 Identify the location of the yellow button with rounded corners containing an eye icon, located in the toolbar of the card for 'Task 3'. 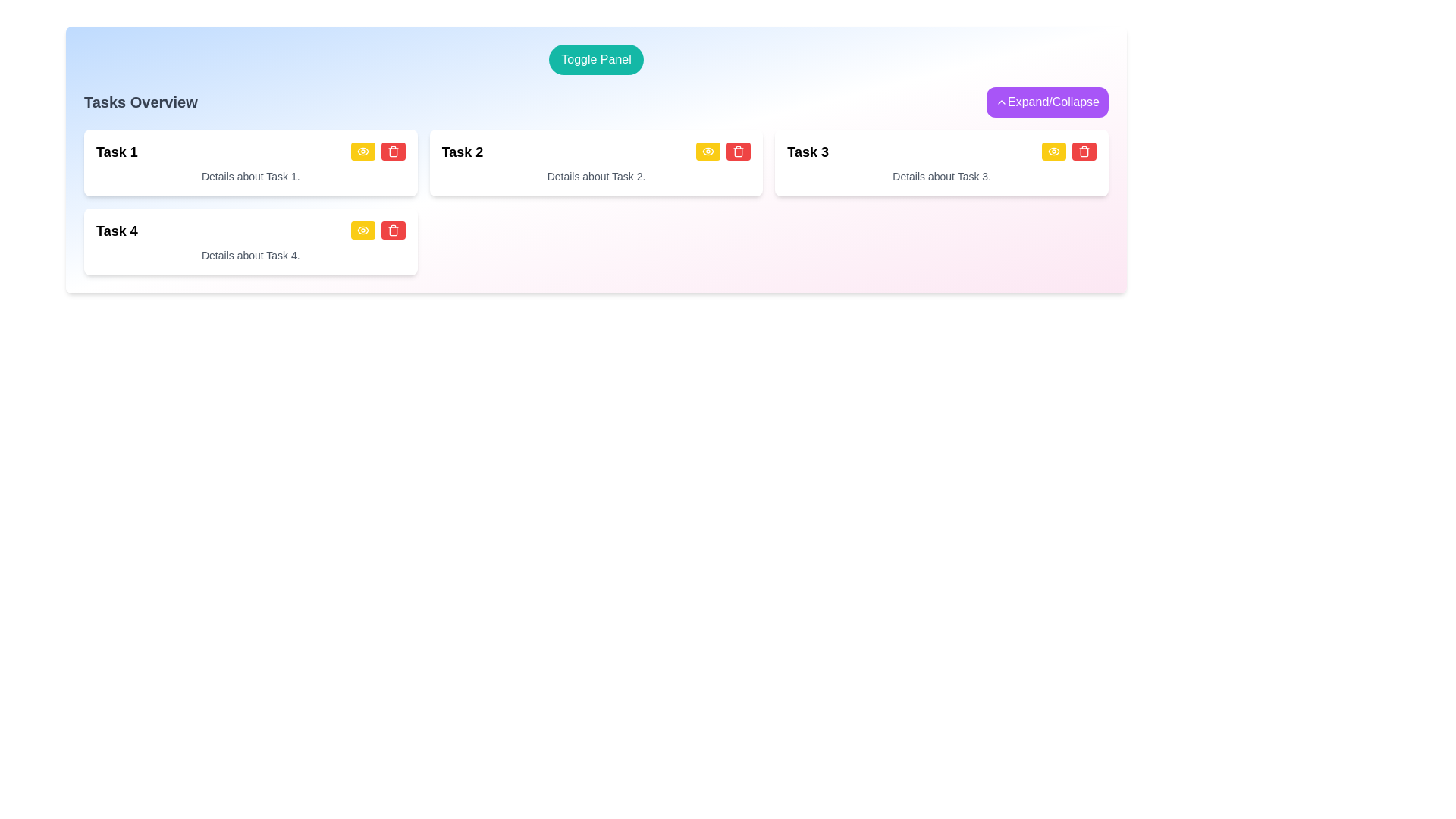
(1052, 151).